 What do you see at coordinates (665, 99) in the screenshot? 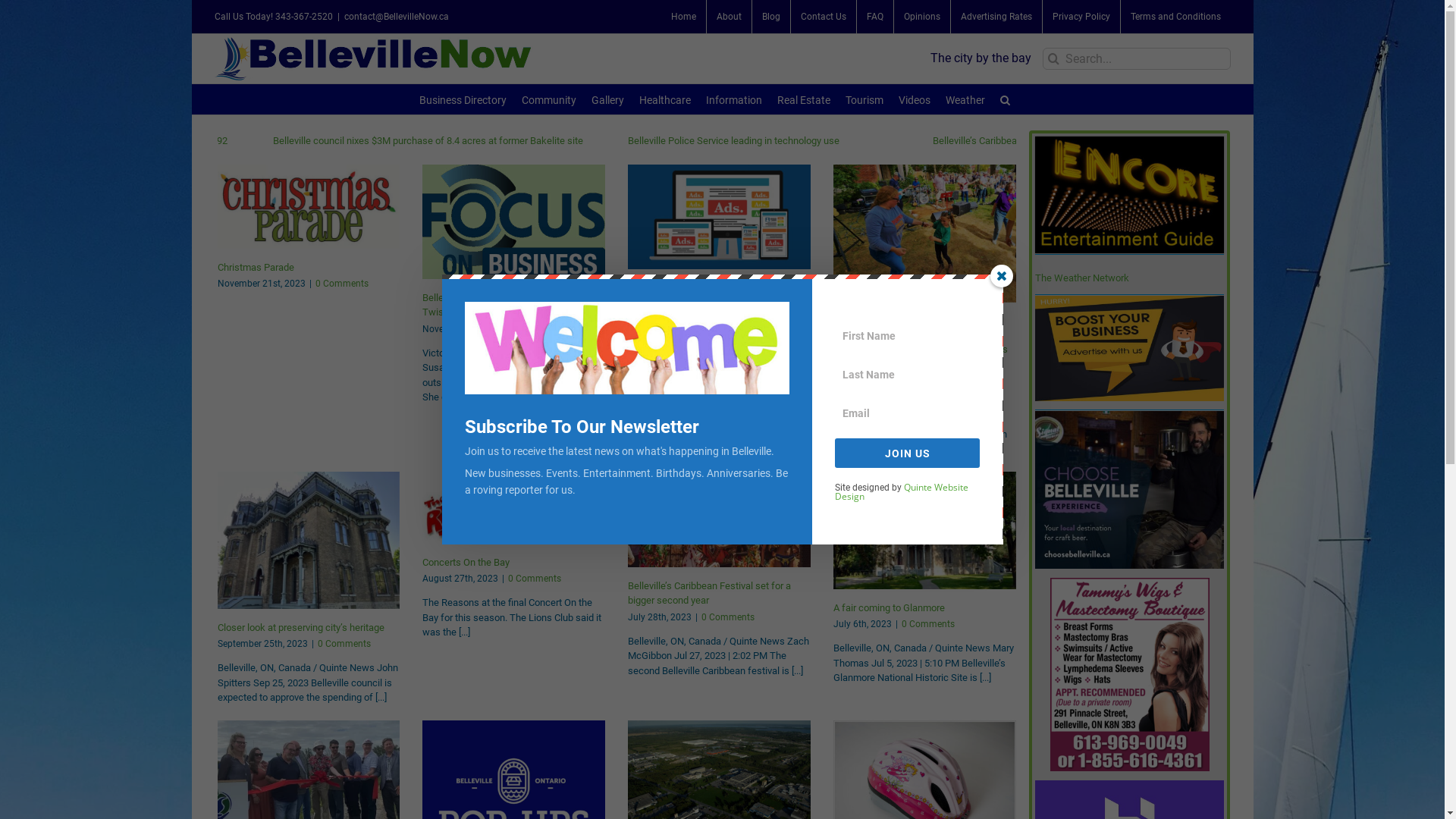
I see `'Healthcare'` at bounding box center [665, 99].